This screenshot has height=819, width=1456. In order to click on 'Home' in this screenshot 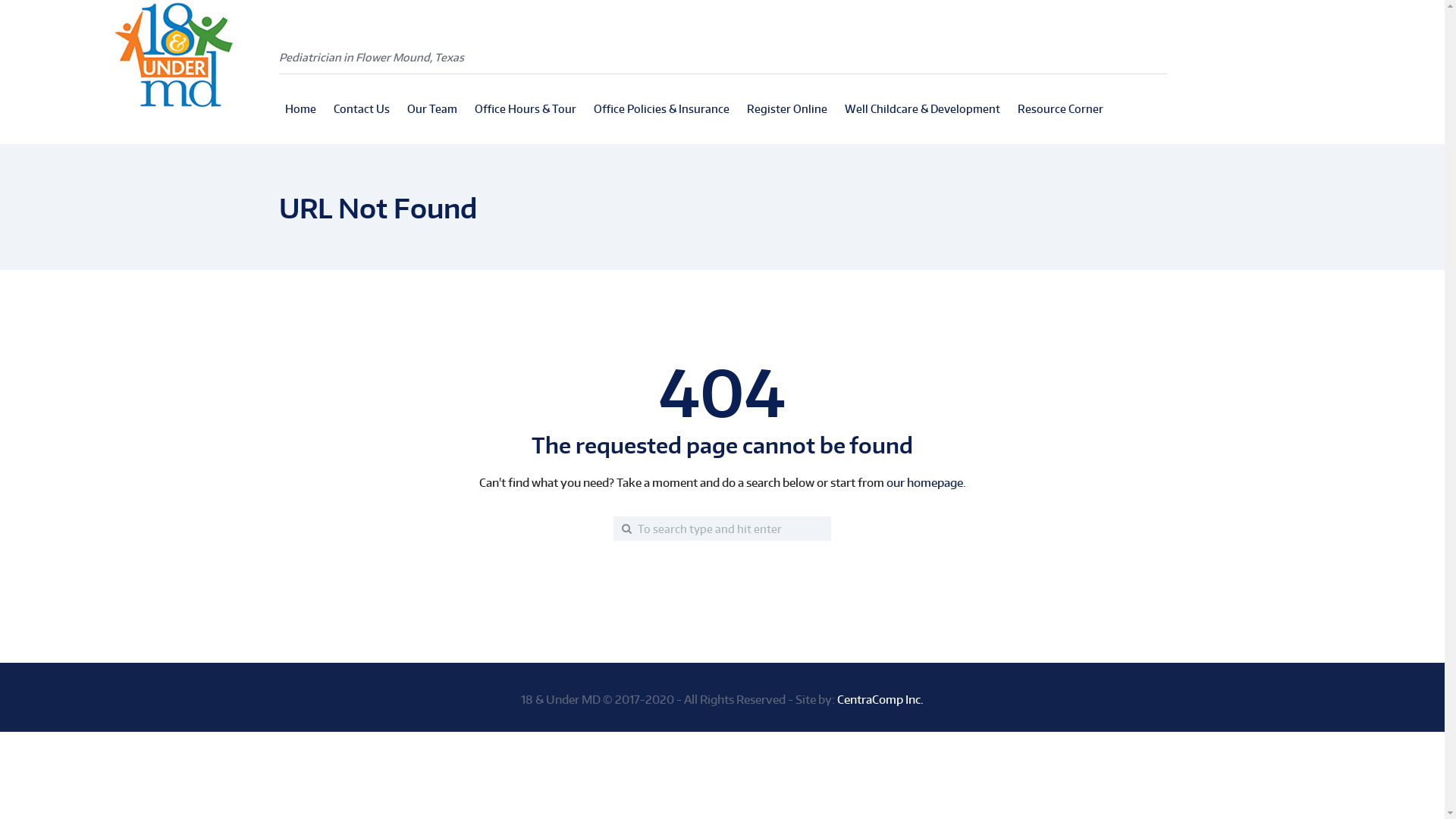, I will do `click(300, 108)`.